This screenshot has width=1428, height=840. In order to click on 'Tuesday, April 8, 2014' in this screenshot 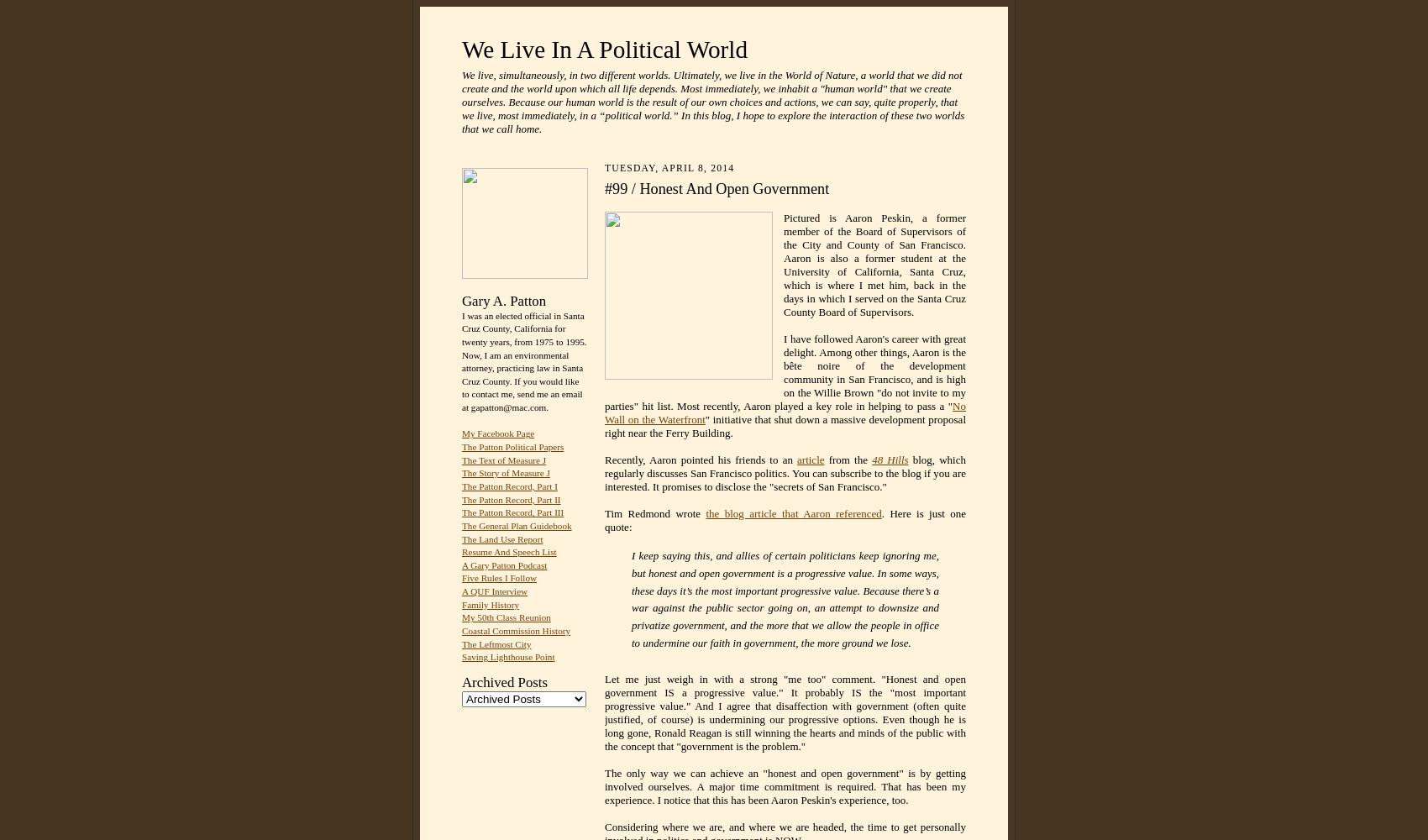, I will do `click(668, 167)`.